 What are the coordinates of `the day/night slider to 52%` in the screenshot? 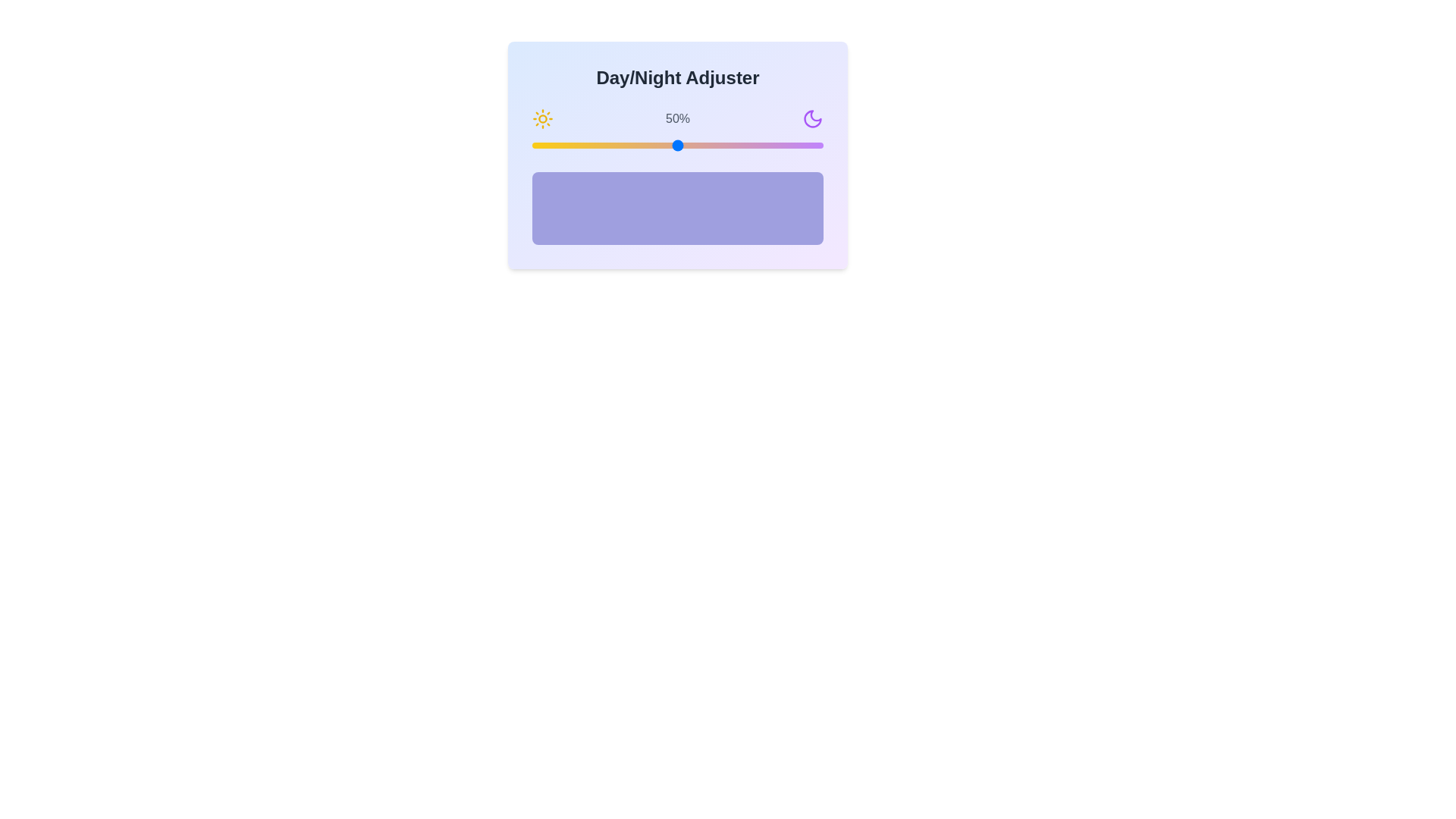 It's located at (682, 146).